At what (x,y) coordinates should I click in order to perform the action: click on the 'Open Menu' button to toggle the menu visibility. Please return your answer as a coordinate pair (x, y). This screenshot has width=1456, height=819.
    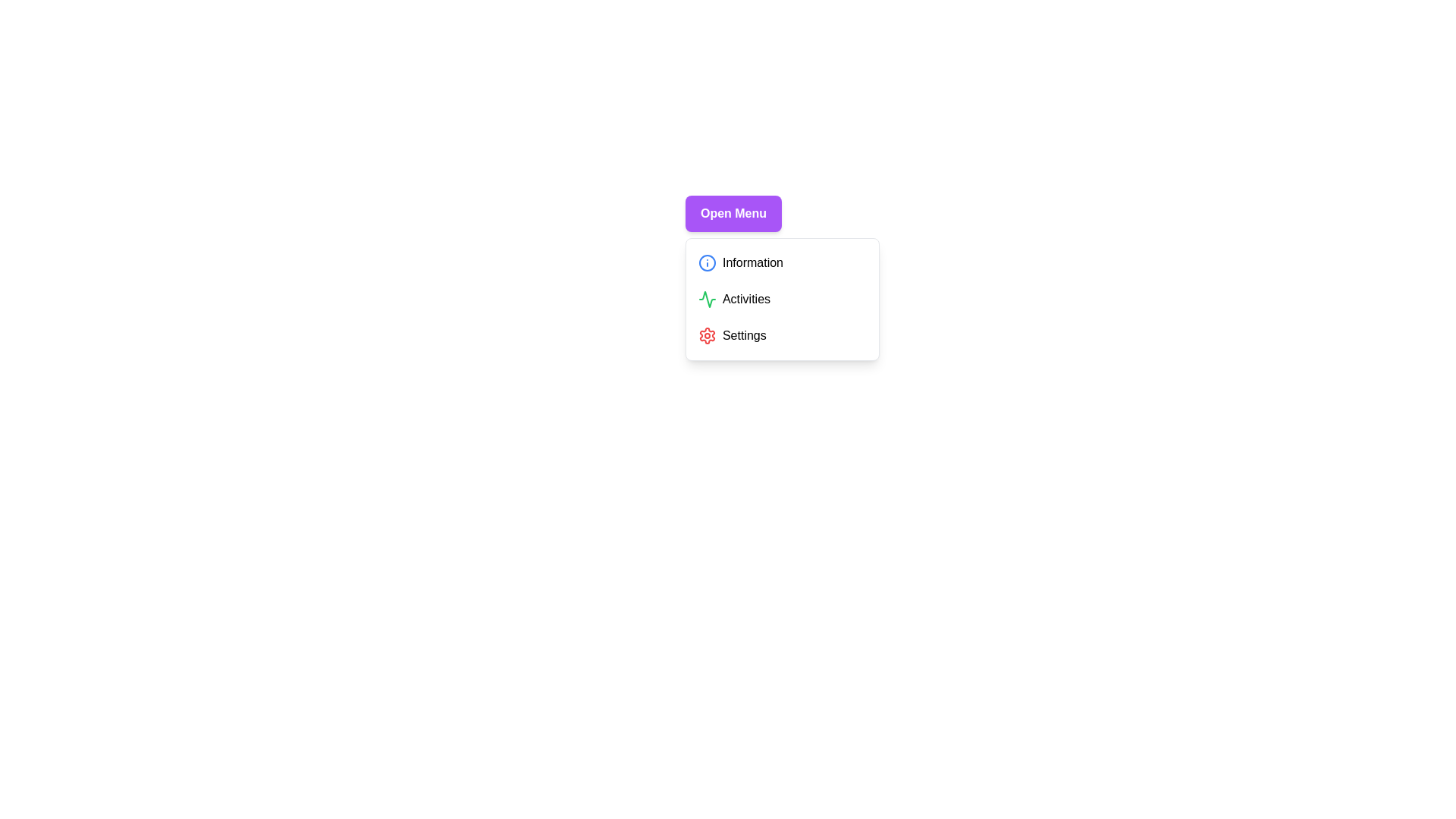
    Looking at the image, I should click on (733, 213).